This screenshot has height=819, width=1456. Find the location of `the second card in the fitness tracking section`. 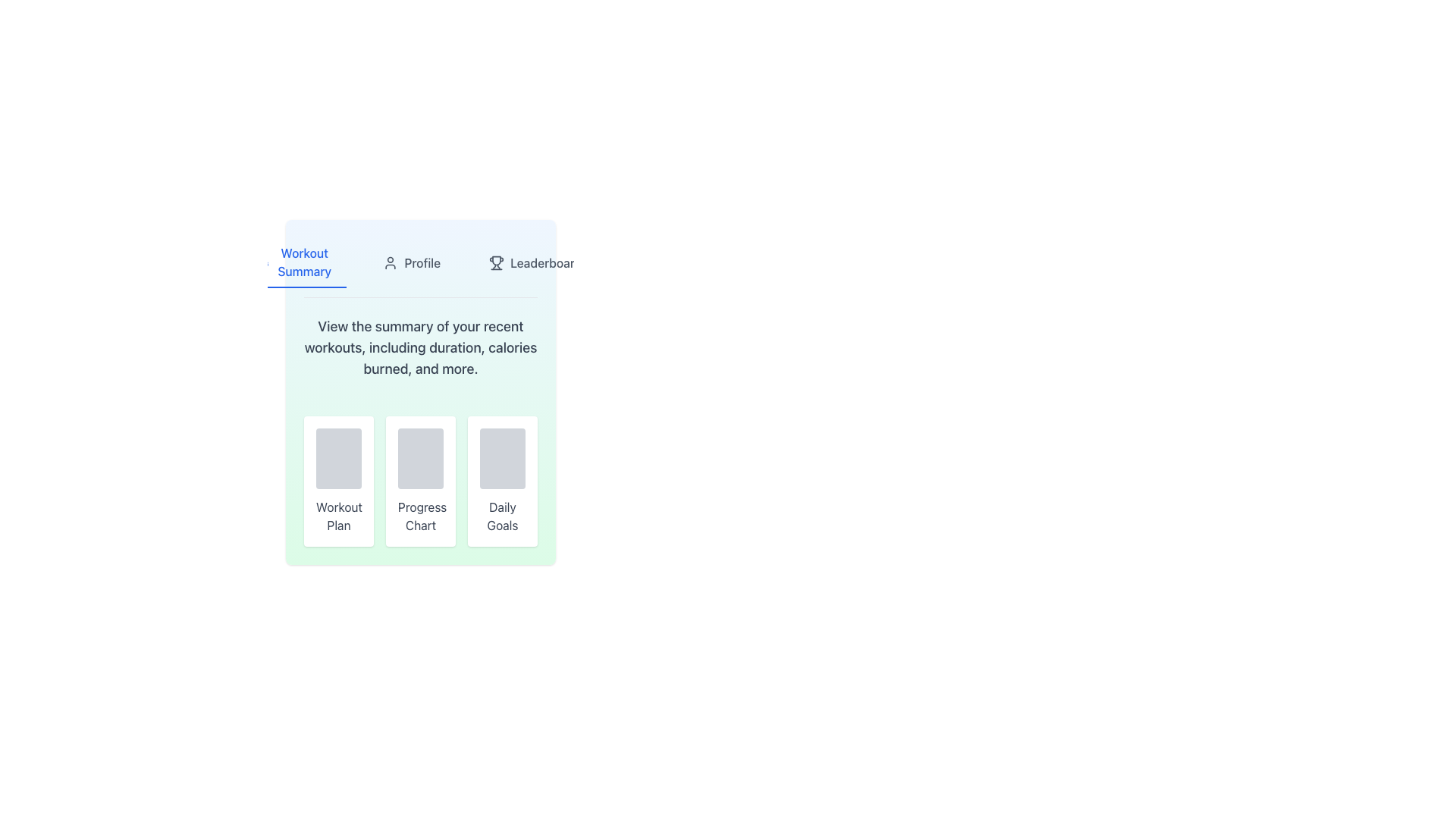

the second card in the fitness tracking section is located at coordinates (421, 482).